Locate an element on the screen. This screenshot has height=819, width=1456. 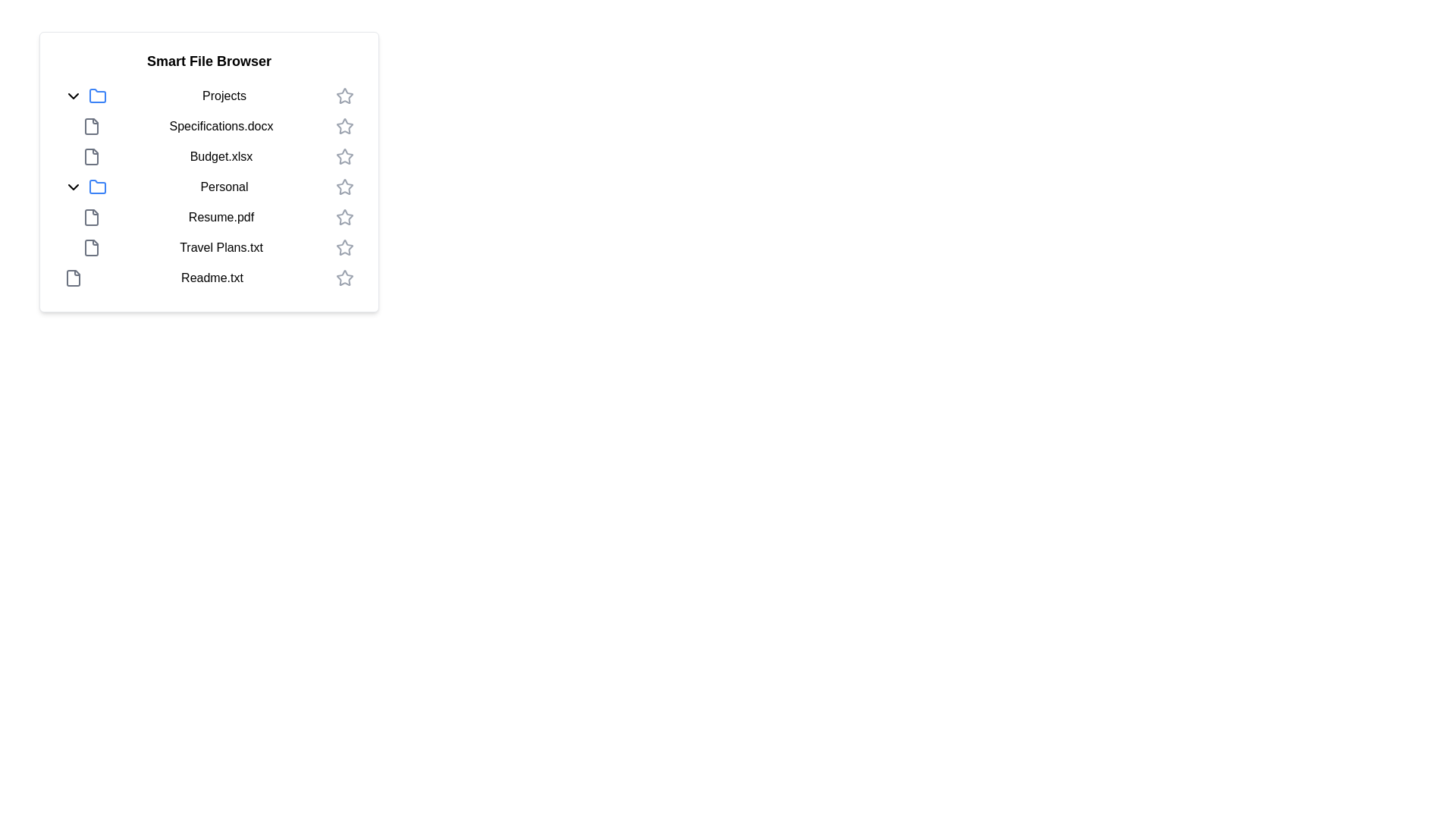
the text label associated with the file named 'Specifications.docx' is located at coordinates (221, 125).